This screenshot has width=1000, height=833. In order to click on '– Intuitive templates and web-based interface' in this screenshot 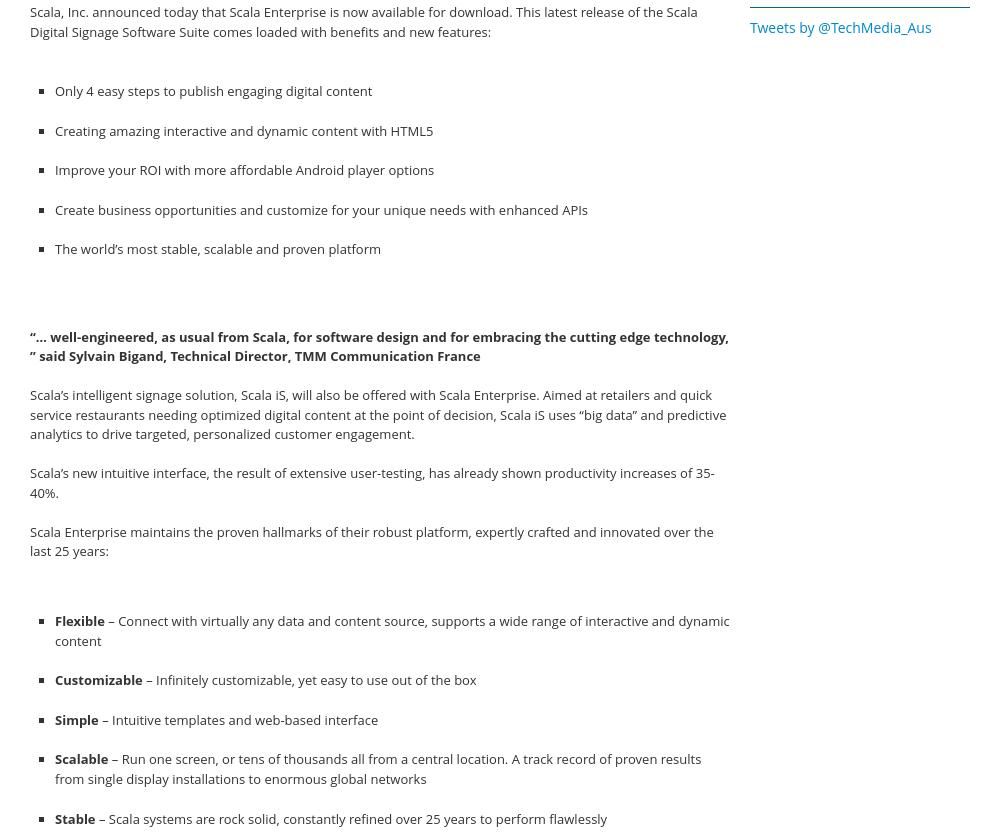, I will do `click(237, 718)`.